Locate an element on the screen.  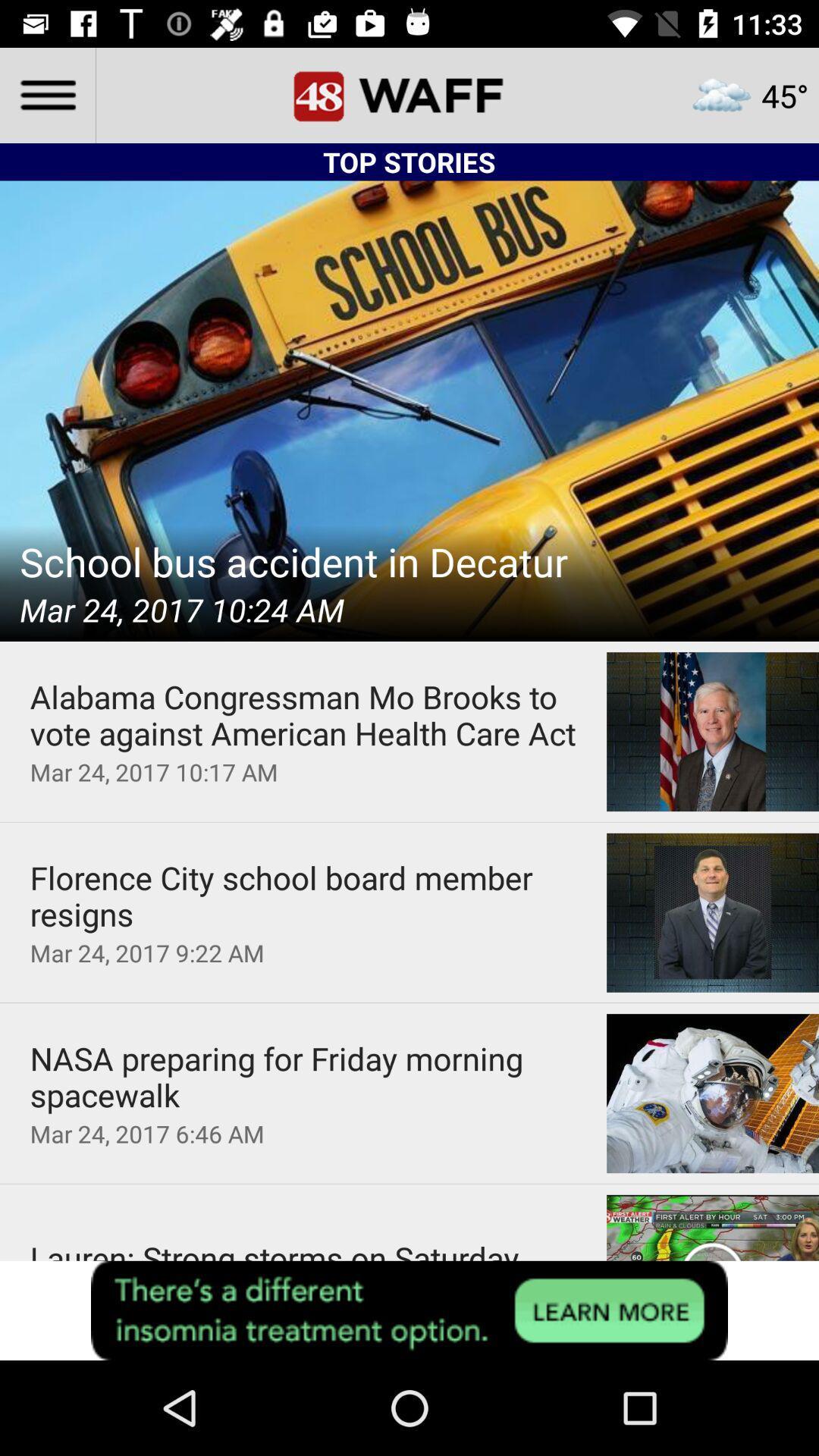
the menu icon is located at coordinates (46, 94).